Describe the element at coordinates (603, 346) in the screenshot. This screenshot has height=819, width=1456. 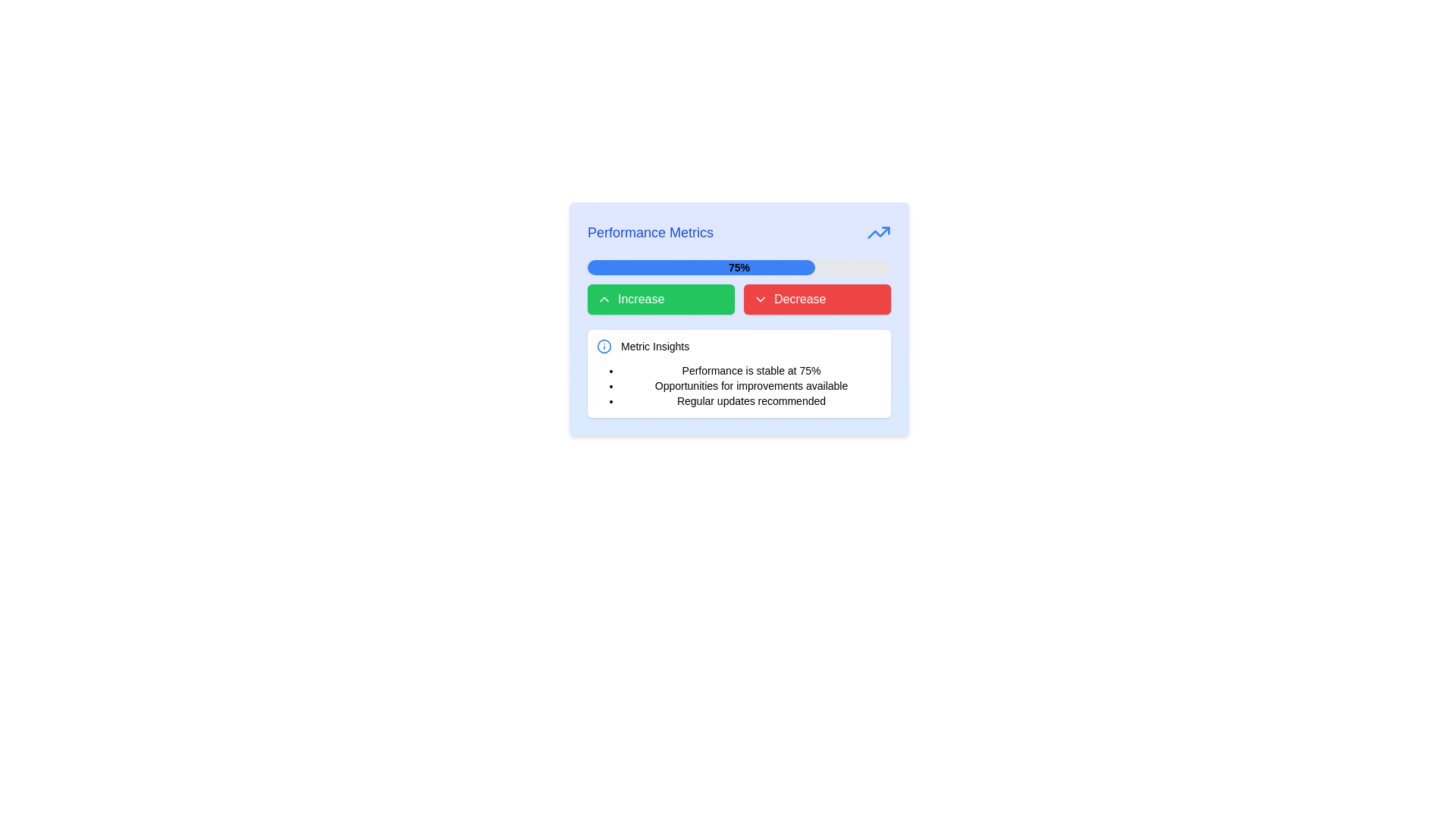
I see `the information/help icon located to the left of the 'Metric Insights' title` at that location.